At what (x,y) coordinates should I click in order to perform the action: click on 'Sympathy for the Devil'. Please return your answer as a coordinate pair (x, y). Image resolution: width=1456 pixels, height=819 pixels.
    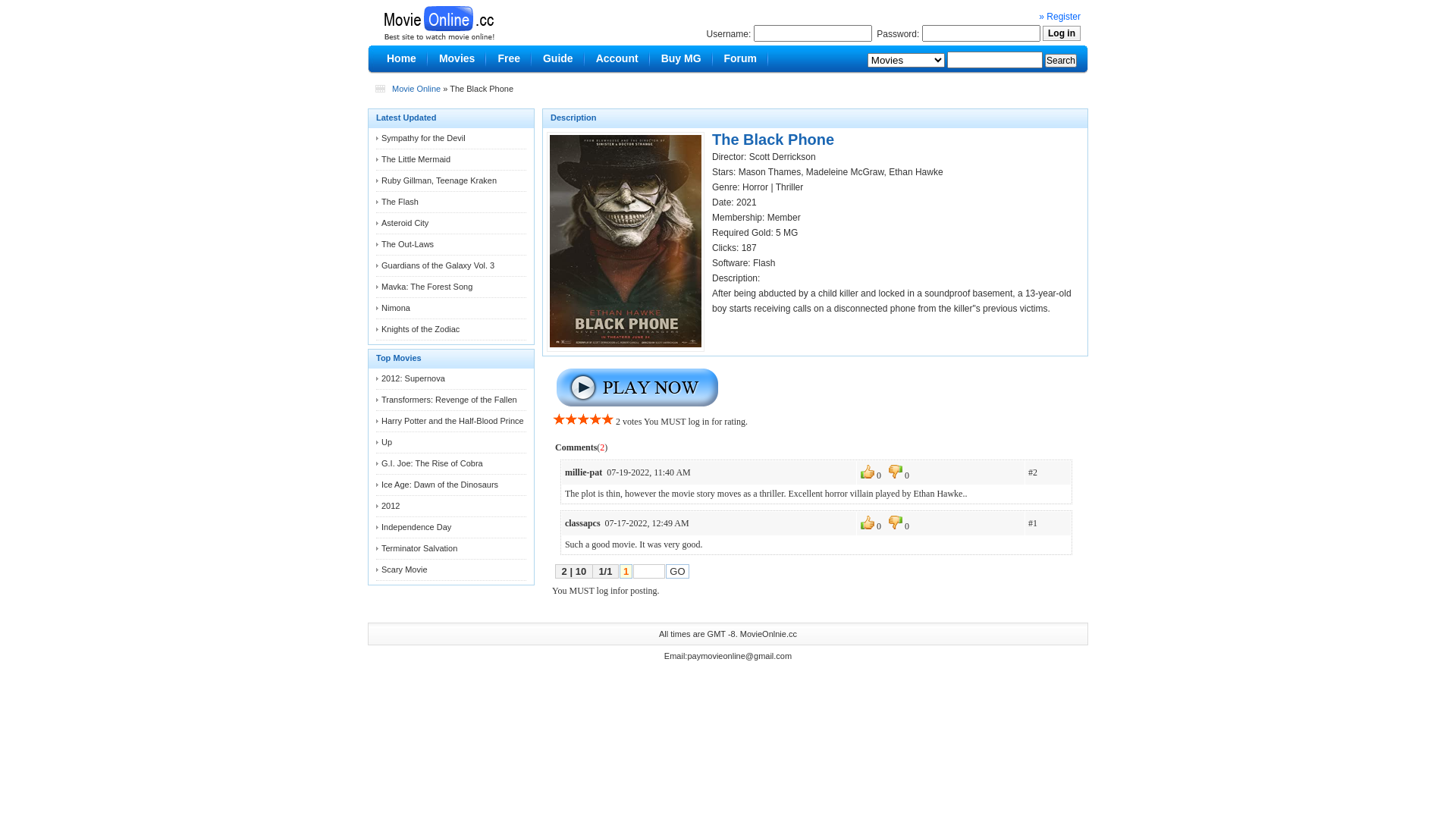
    Looking at the image, I should click on (381, 137).